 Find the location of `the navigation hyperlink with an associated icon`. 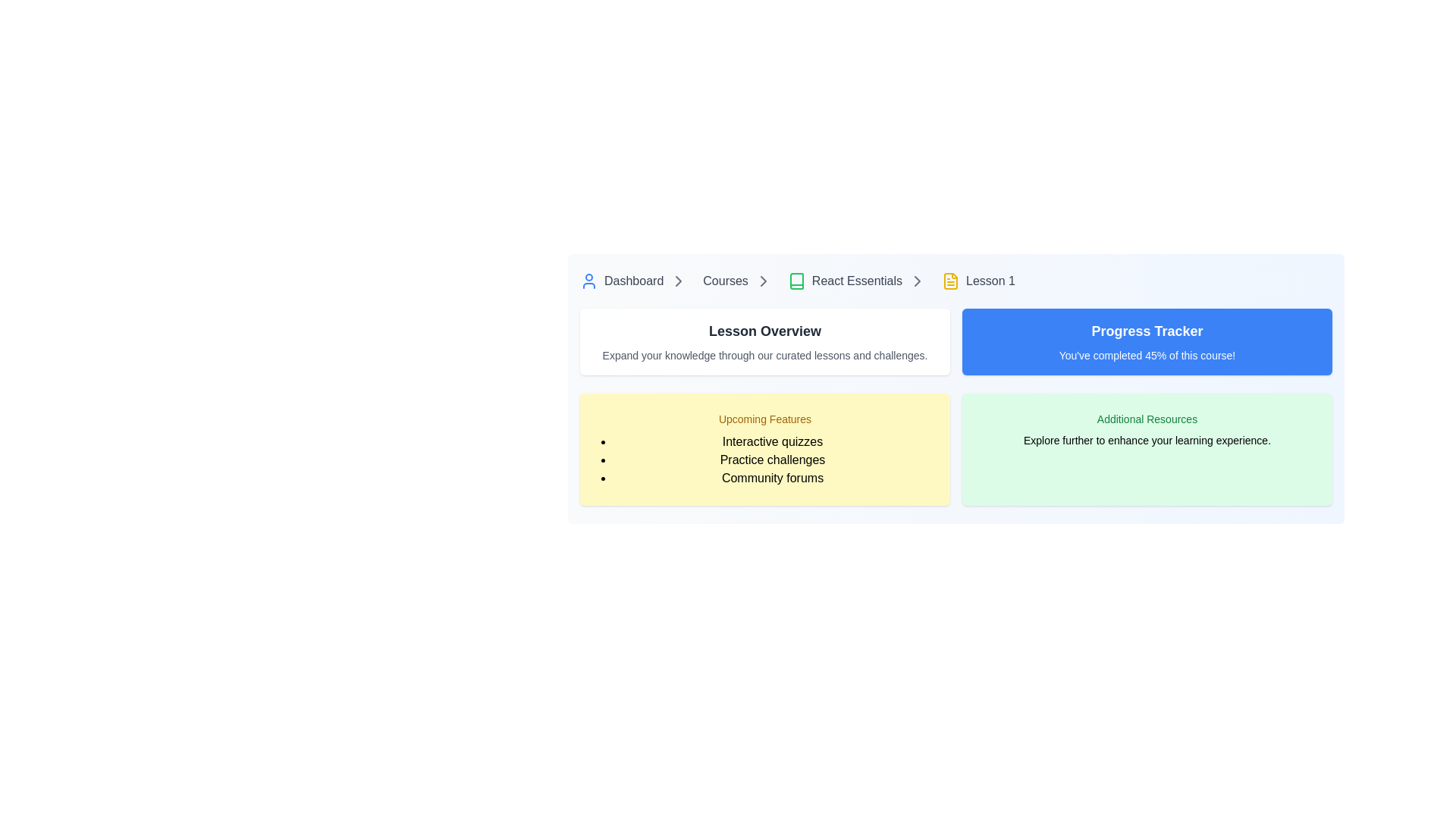

the navigation hyperlink with an associated icon is located at coordinates (622, 281).